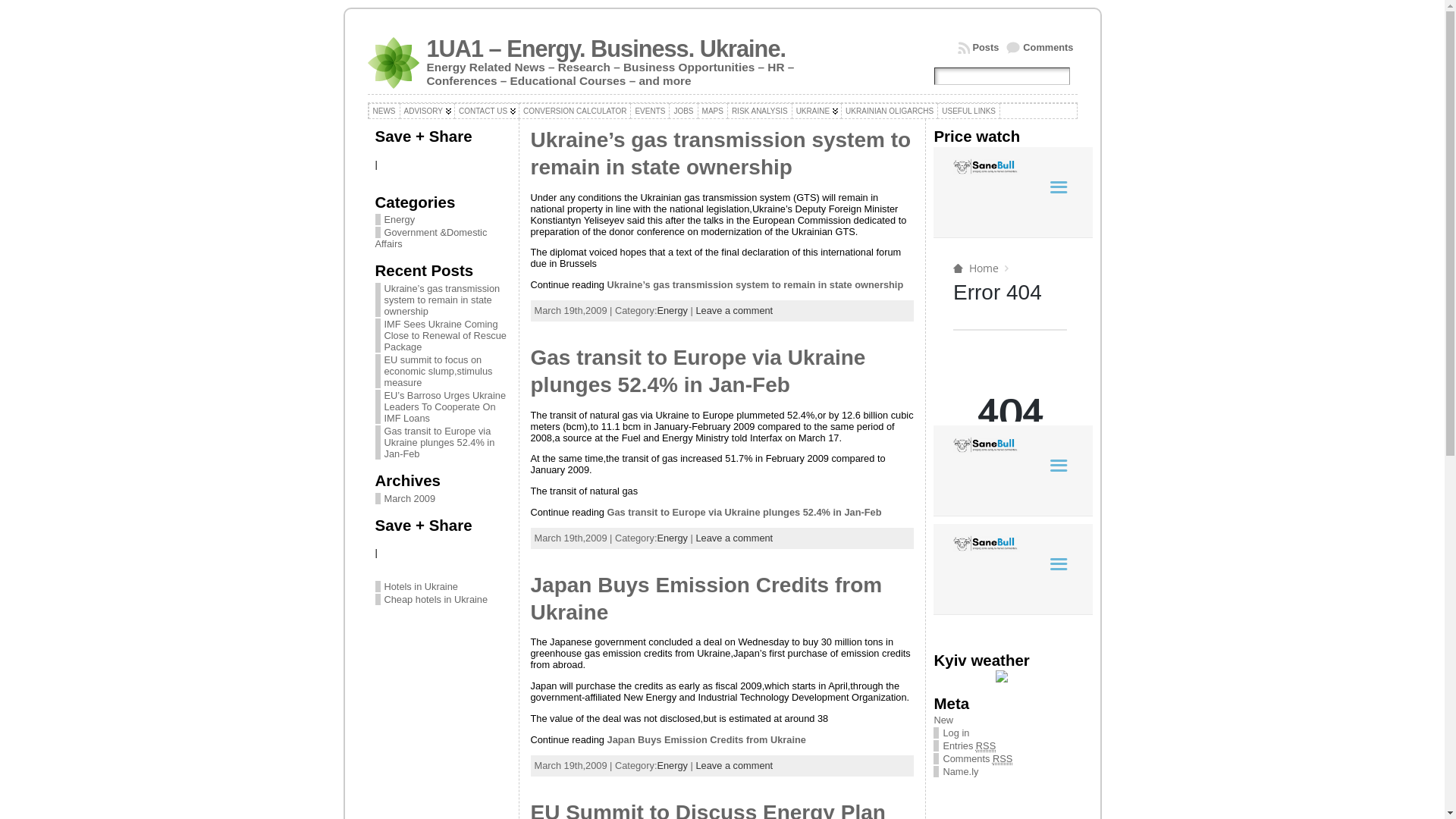 This screenshot has width=1456, height=819. I want to click on 'JOBS', so click(682, 110).